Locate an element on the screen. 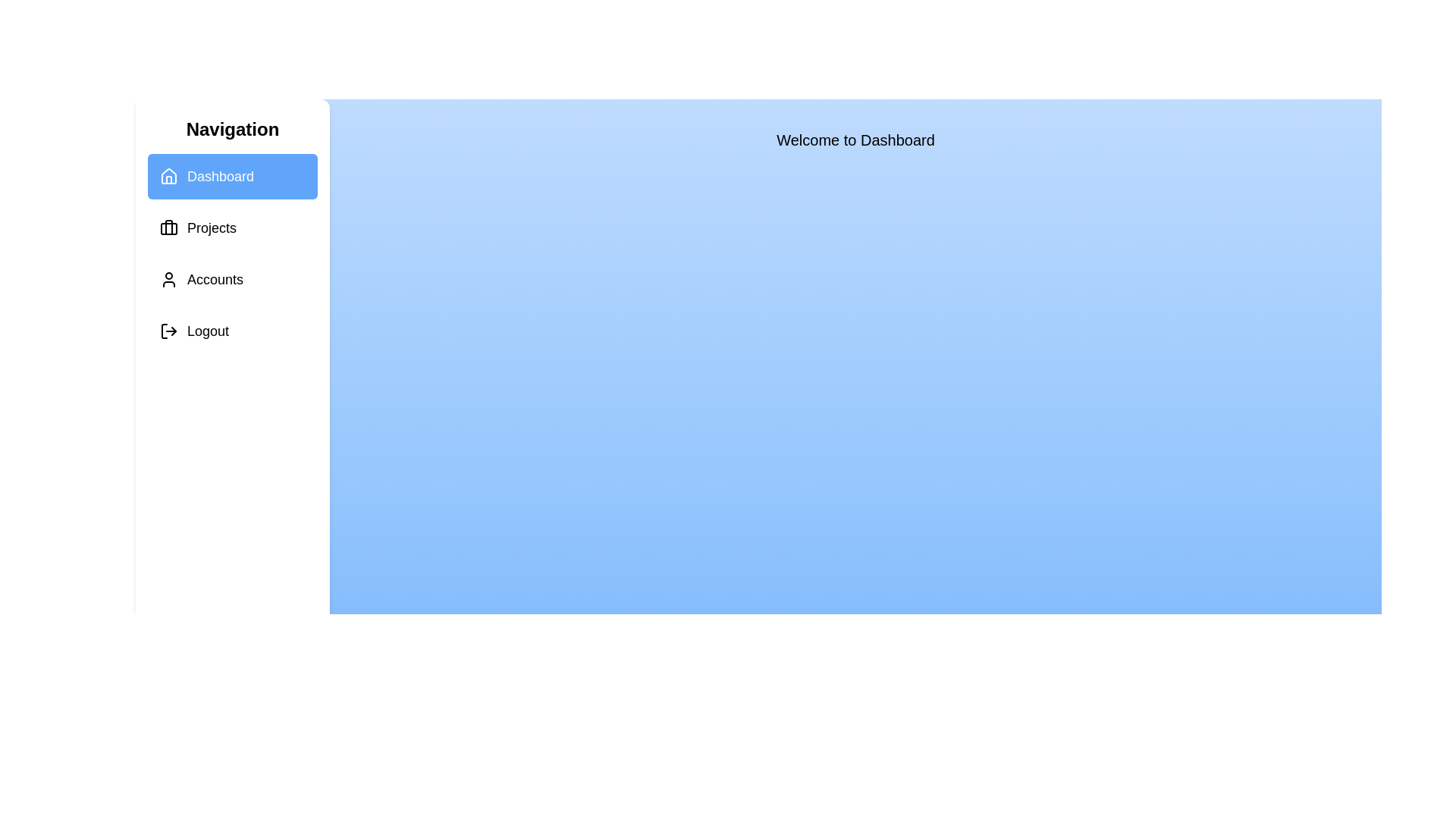  the menu item Dashboard to navigate to the corresponding section is located at coordinates (232, 175).